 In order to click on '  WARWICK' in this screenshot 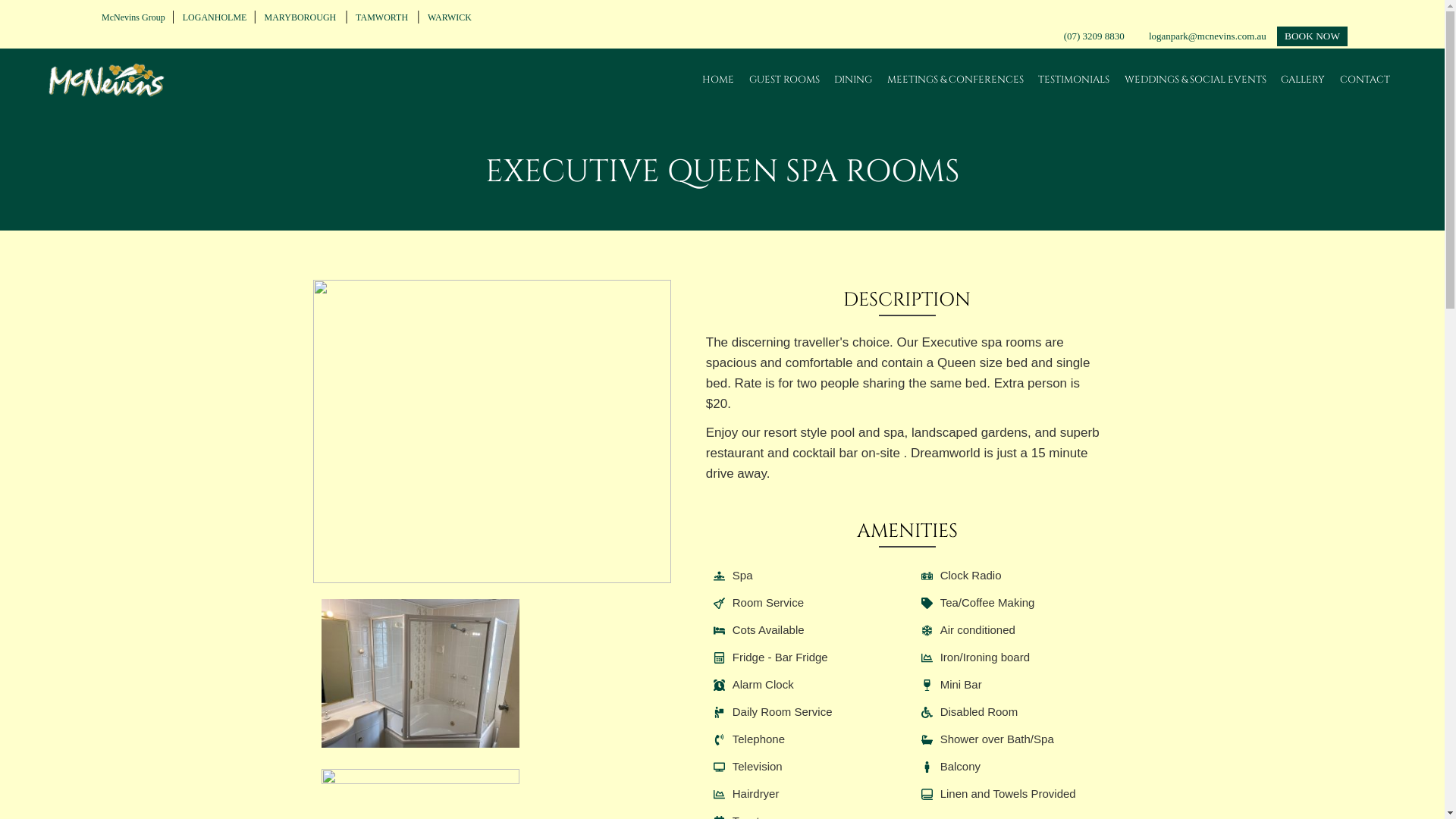, I will do `click(422, 17)`.